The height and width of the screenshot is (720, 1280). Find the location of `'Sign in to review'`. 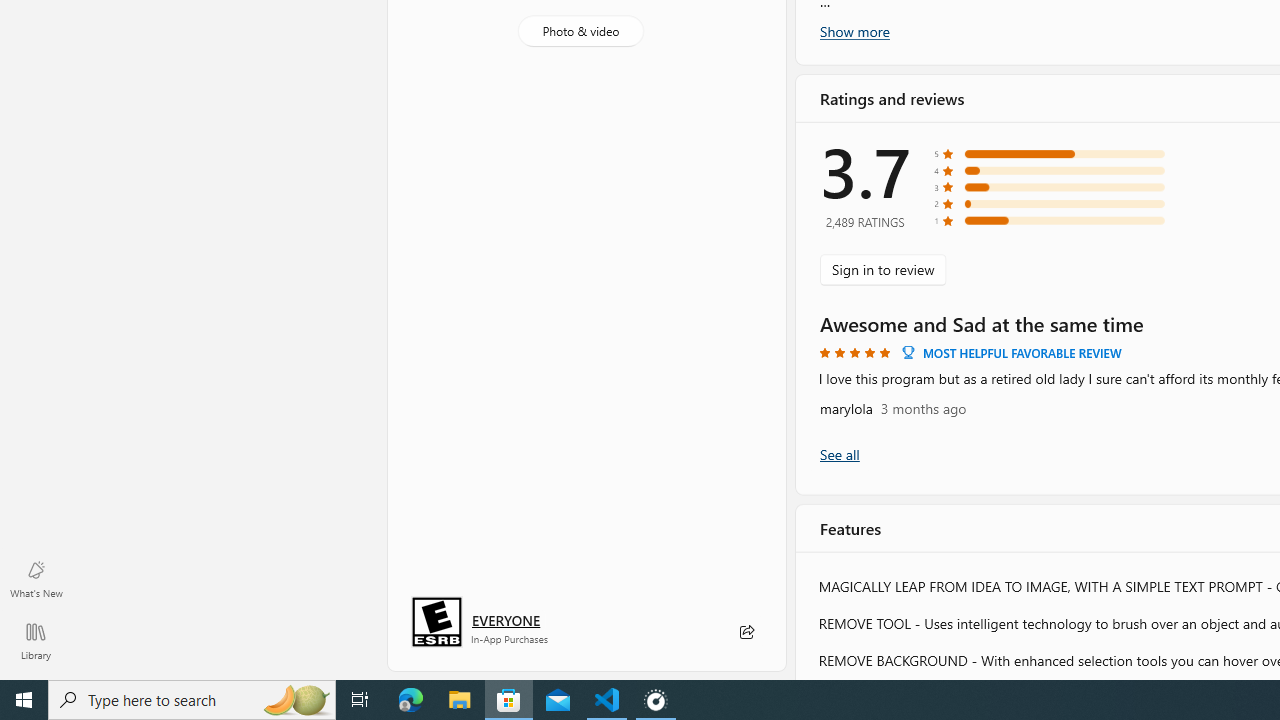

'Sign in to review' is located at coordinates (882, 268).